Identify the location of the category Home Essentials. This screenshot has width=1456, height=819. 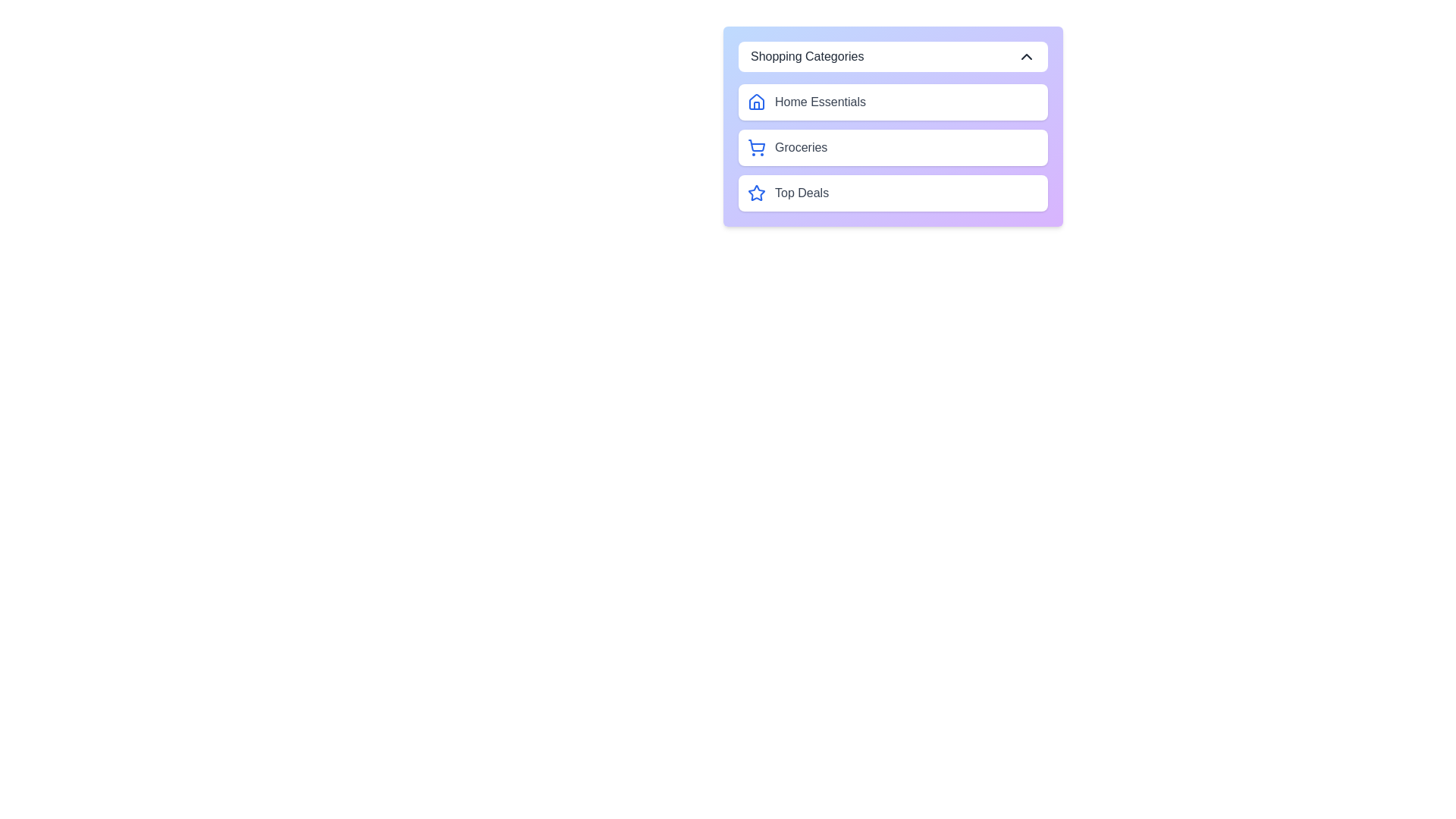
(893, 102).